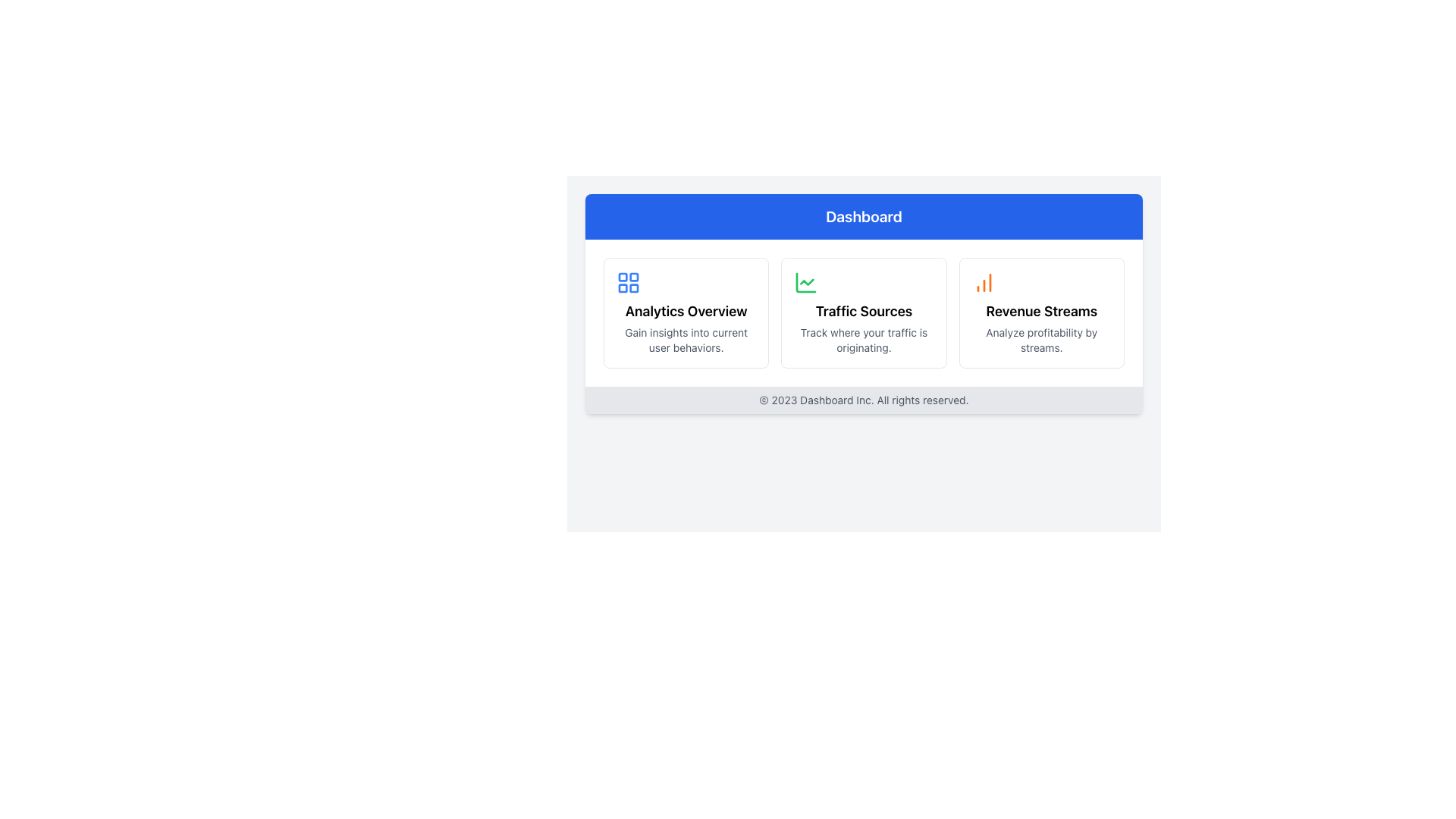 This screenshot has height=819, width=1456. I want to click on the grid layout comprised of three cards displaying 'Analytics Overview,' 'Traffic Sources,' and 'Revenue Streams' located below the 'Dashboard' header, so click(864, 312).